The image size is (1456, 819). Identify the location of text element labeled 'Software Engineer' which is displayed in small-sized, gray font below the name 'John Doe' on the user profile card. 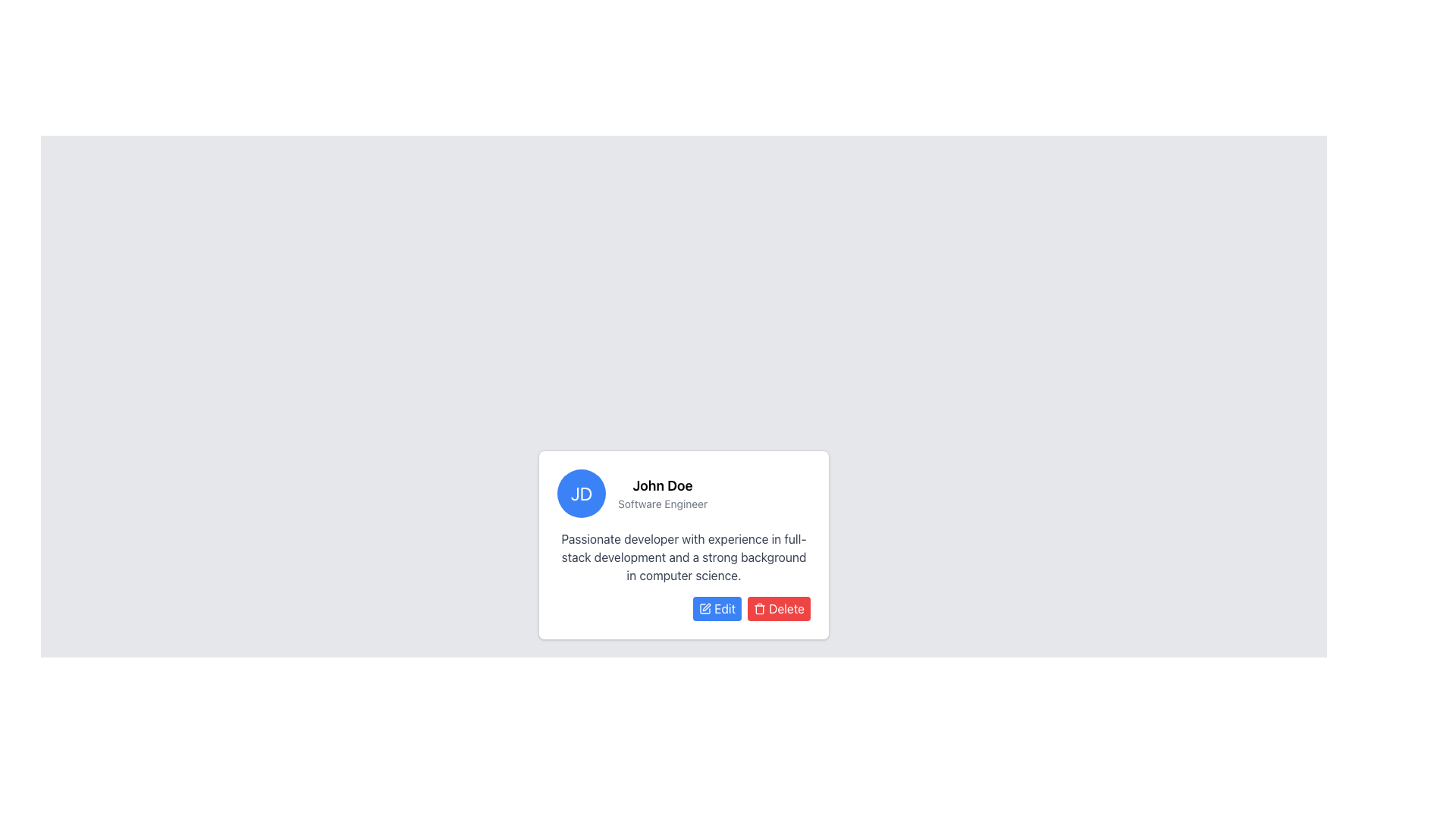
(663, 504).